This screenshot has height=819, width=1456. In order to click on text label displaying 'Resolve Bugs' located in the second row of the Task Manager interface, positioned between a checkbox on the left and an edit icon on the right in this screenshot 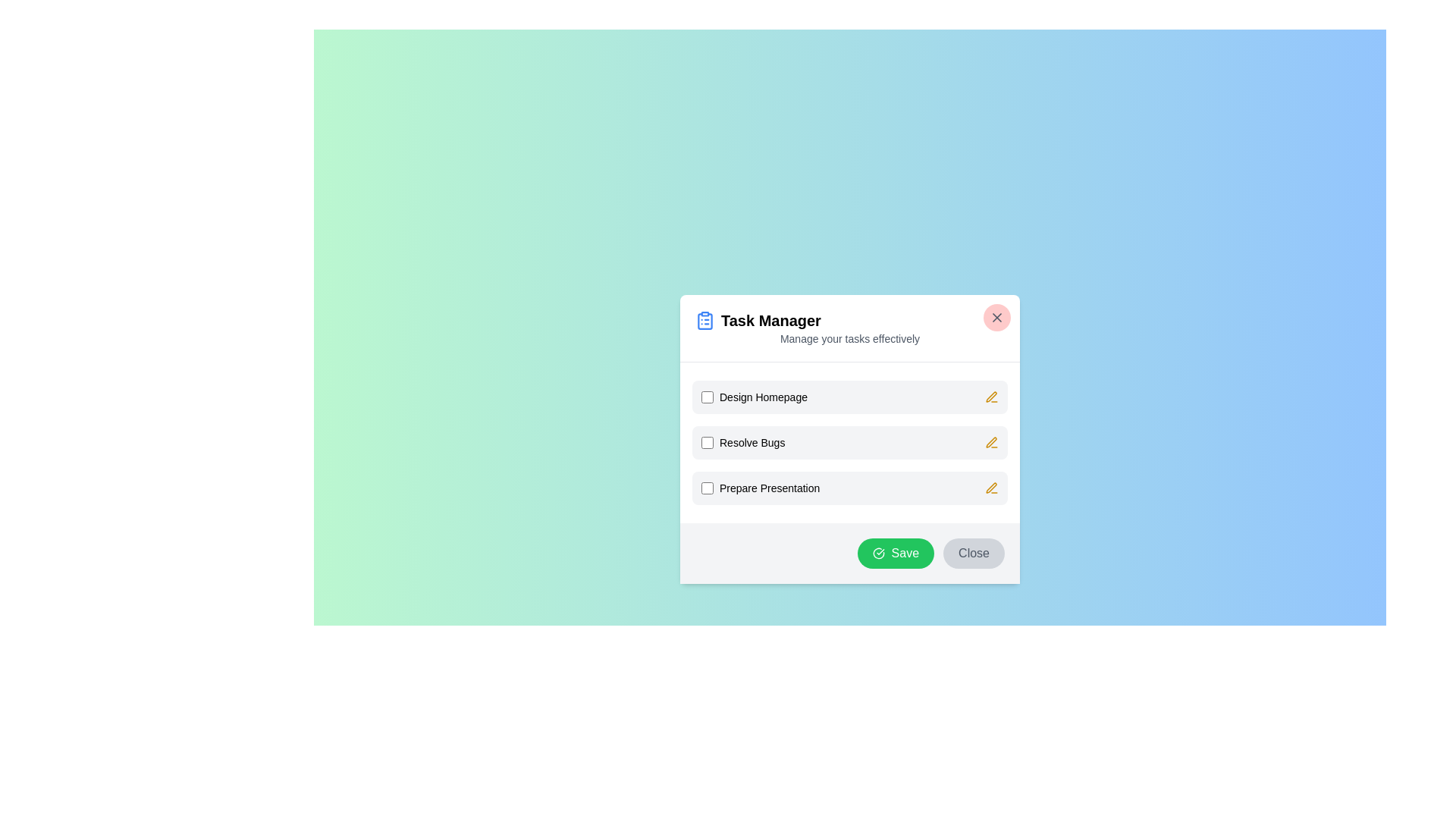, I will do `click(752, 442)`.